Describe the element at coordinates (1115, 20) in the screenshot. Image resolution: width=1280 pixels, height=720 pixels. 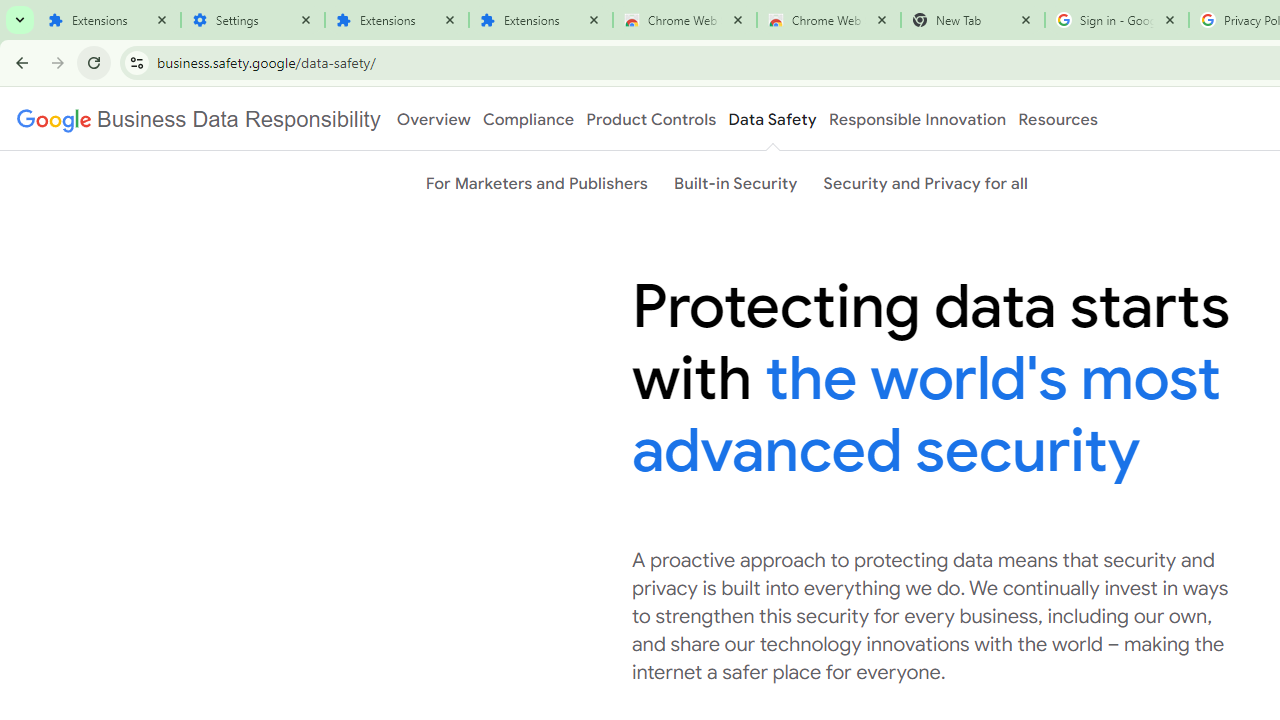
I see `'Sign in - Google Accounts'` at that location.